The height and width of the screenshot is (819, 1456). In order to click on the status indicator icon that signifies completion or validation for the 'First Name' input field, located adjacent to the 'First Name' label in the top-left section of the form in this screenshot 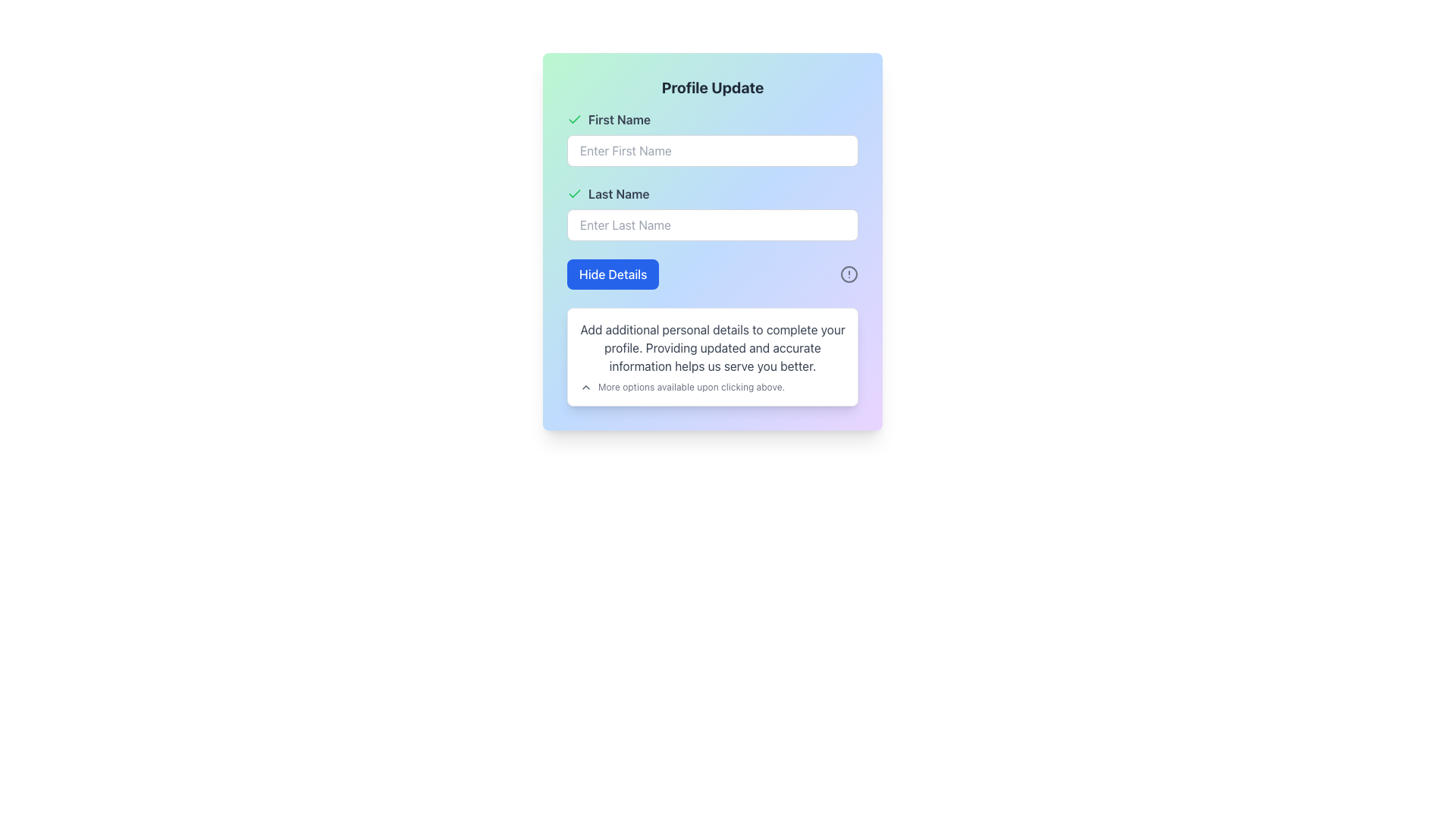, I will do `click(574, 119)`.